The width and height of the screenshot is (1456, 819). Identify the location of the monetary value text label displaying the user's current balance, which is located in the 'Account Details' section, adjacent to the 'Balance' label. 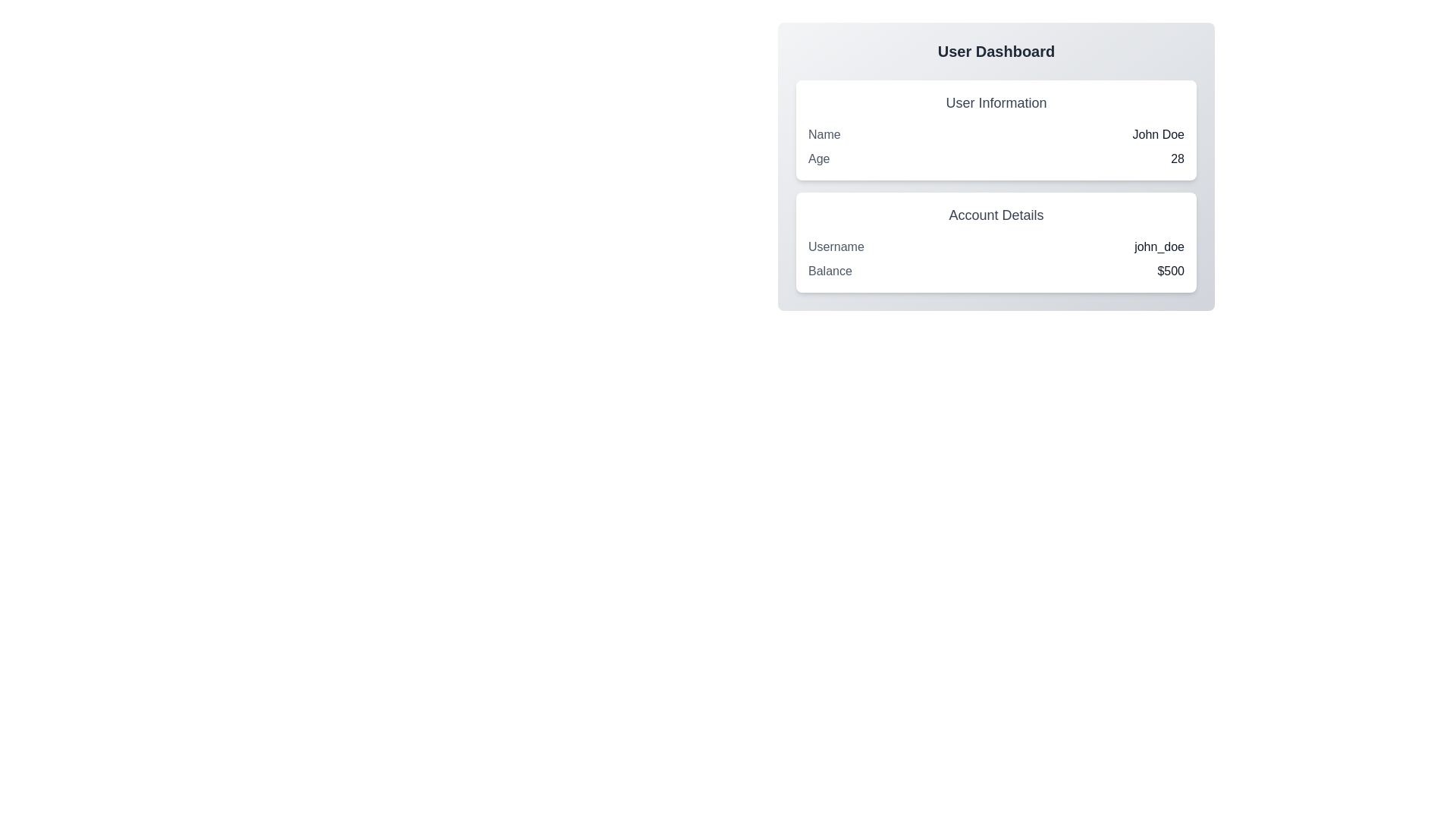
(1170, 271).